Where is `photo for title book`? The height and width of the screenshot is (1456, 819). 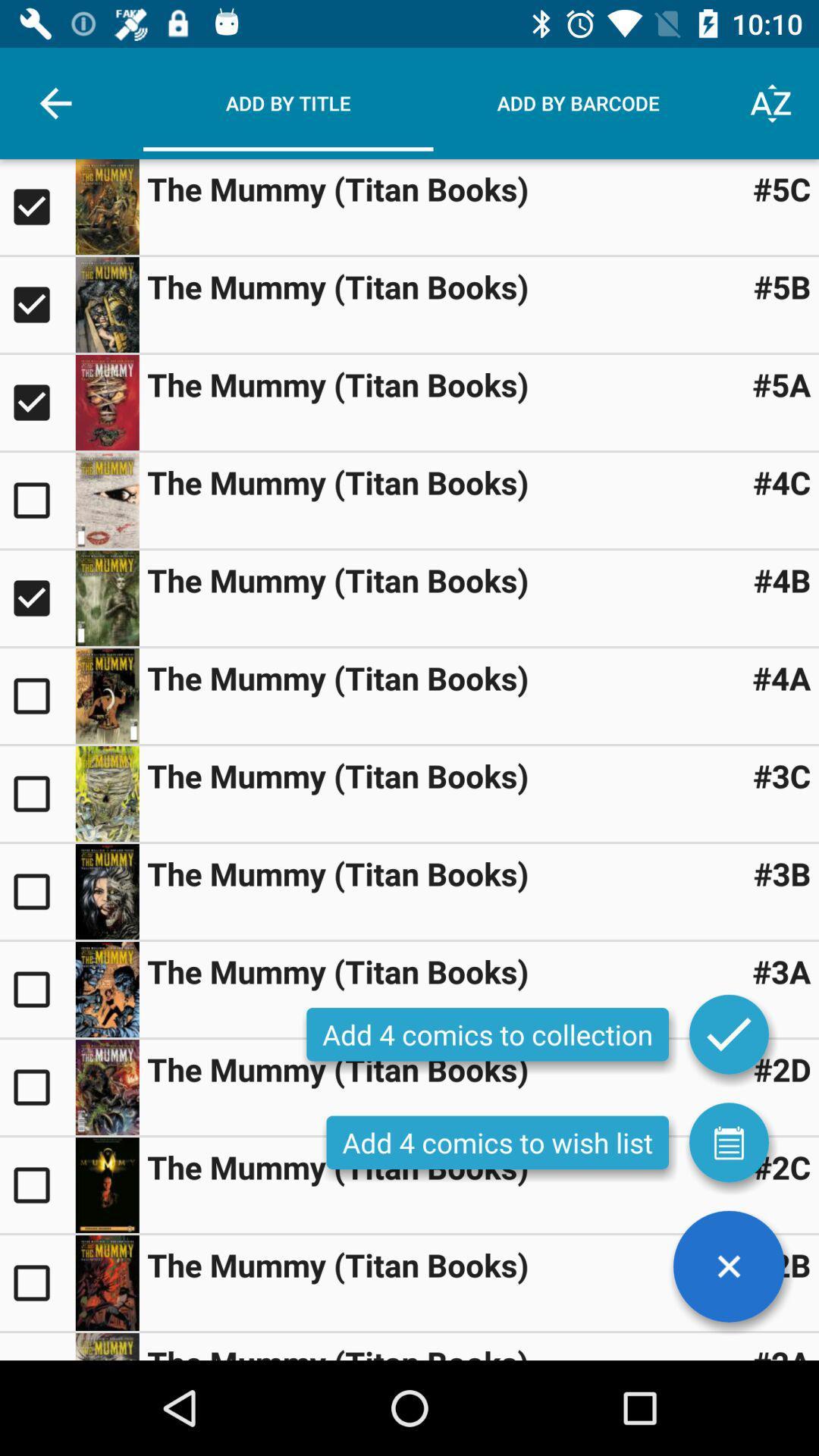 photo for title book is located at coordinates (106, 1087).